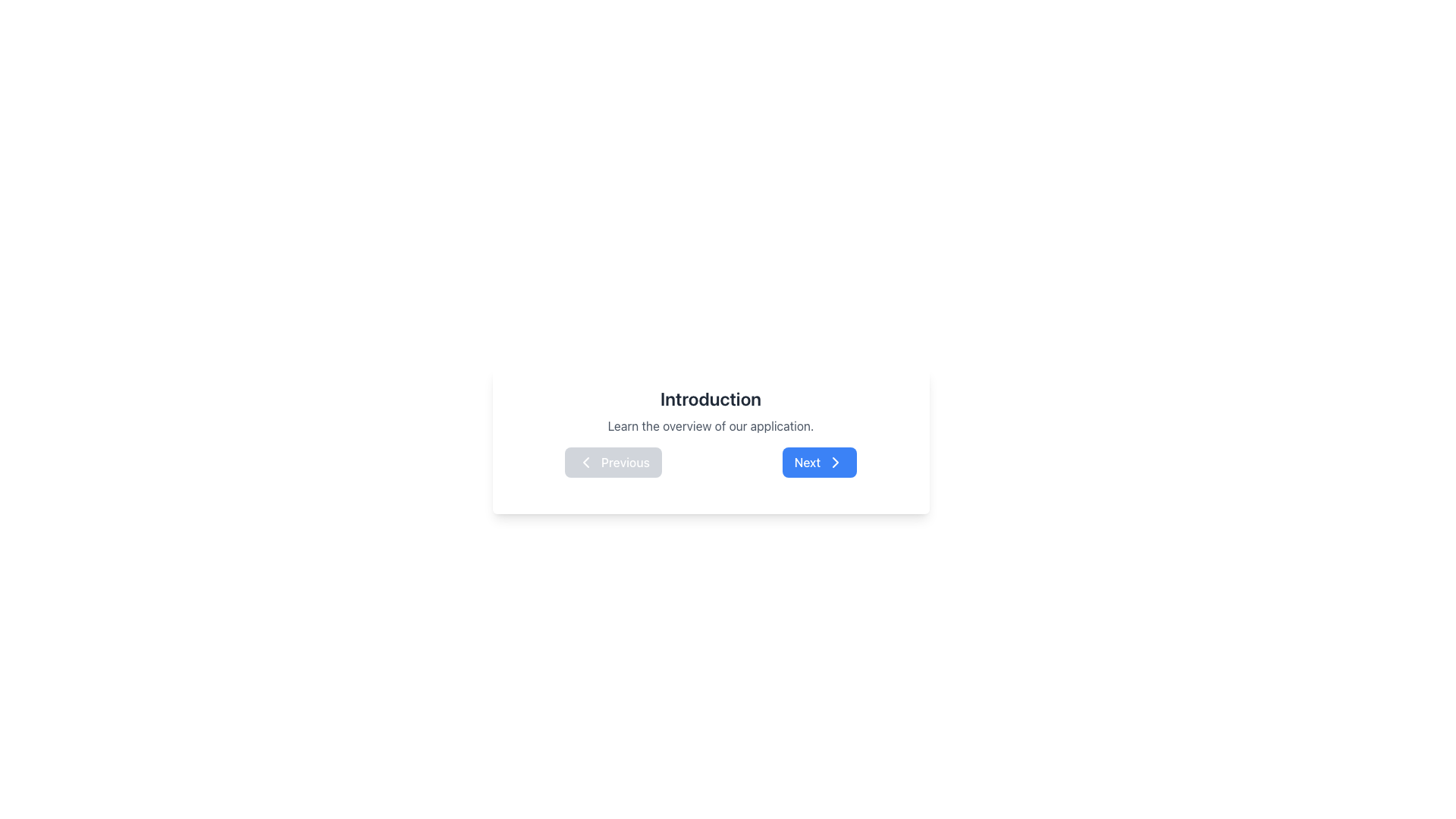  What do you see at coordinates (818, 461) in the screenshot?
I see `the second button from the left` at bounding box center [818, 461].